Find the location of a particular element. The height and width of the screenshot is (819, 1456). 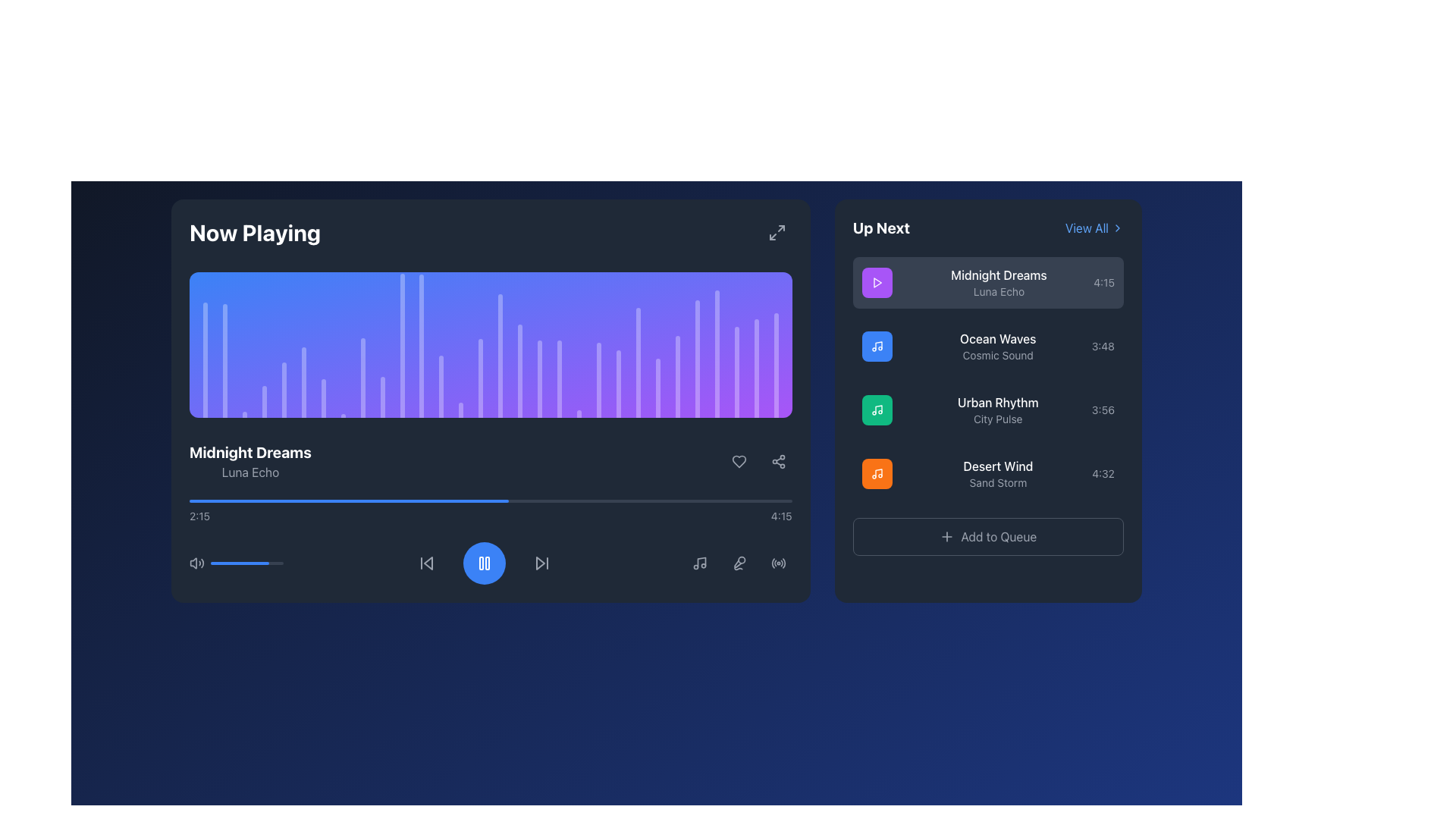

the slider is located at coordinates (281, 563).